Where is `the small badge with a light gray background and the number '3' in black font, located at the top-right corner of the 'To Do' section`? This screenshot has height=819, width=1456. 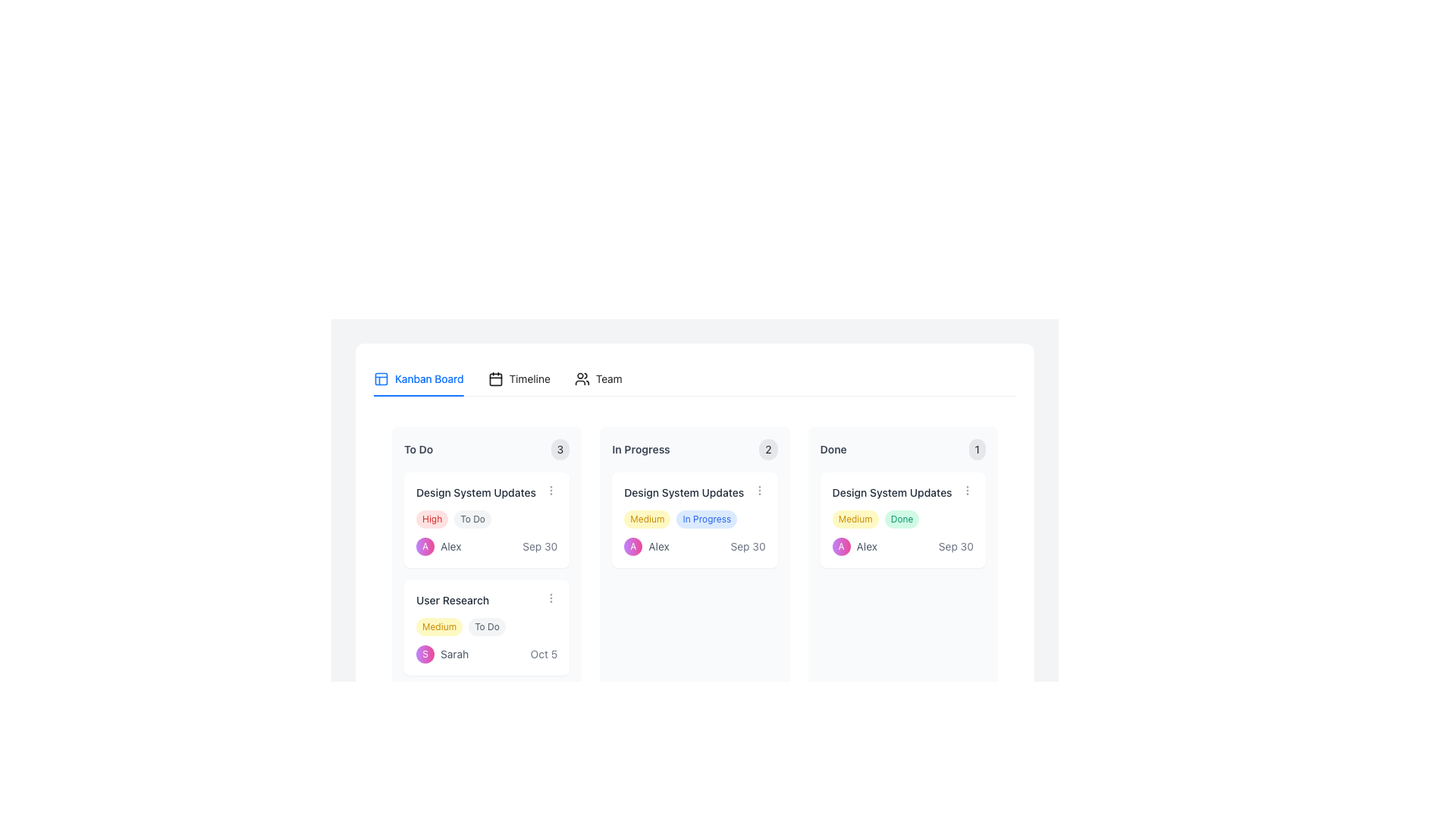
the small badge with a light gray background and the number '3' in black font, located at the top-right corner of the 'To Do' section is located at coordinates (560, 449).